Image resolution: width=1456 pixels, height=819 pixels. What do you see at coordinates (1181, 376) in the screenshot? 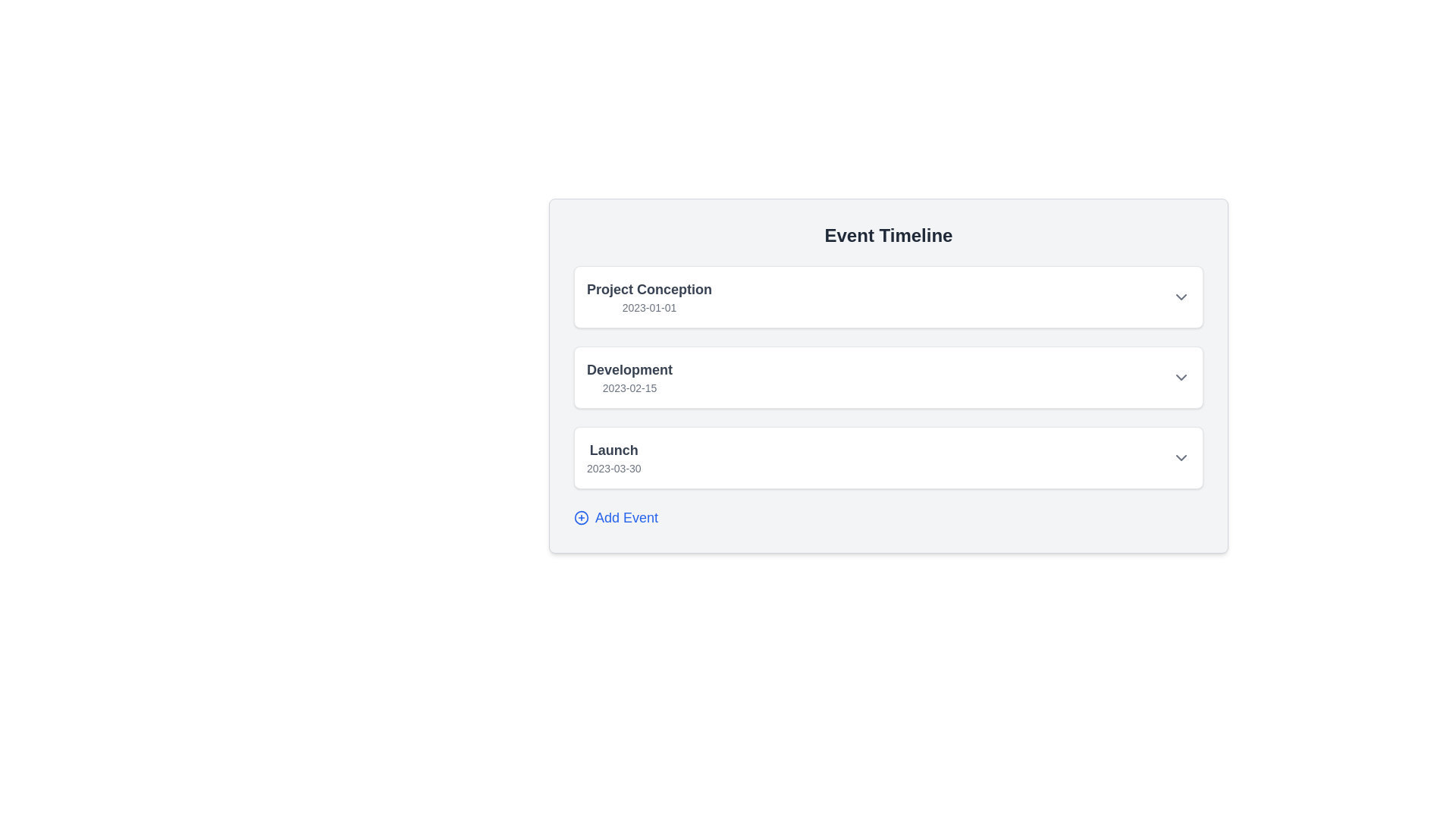
I see `the interactive chevron-down icon located at the far right of the 'Development' section to cause visual feedback` at bounding box center [1181, 376].